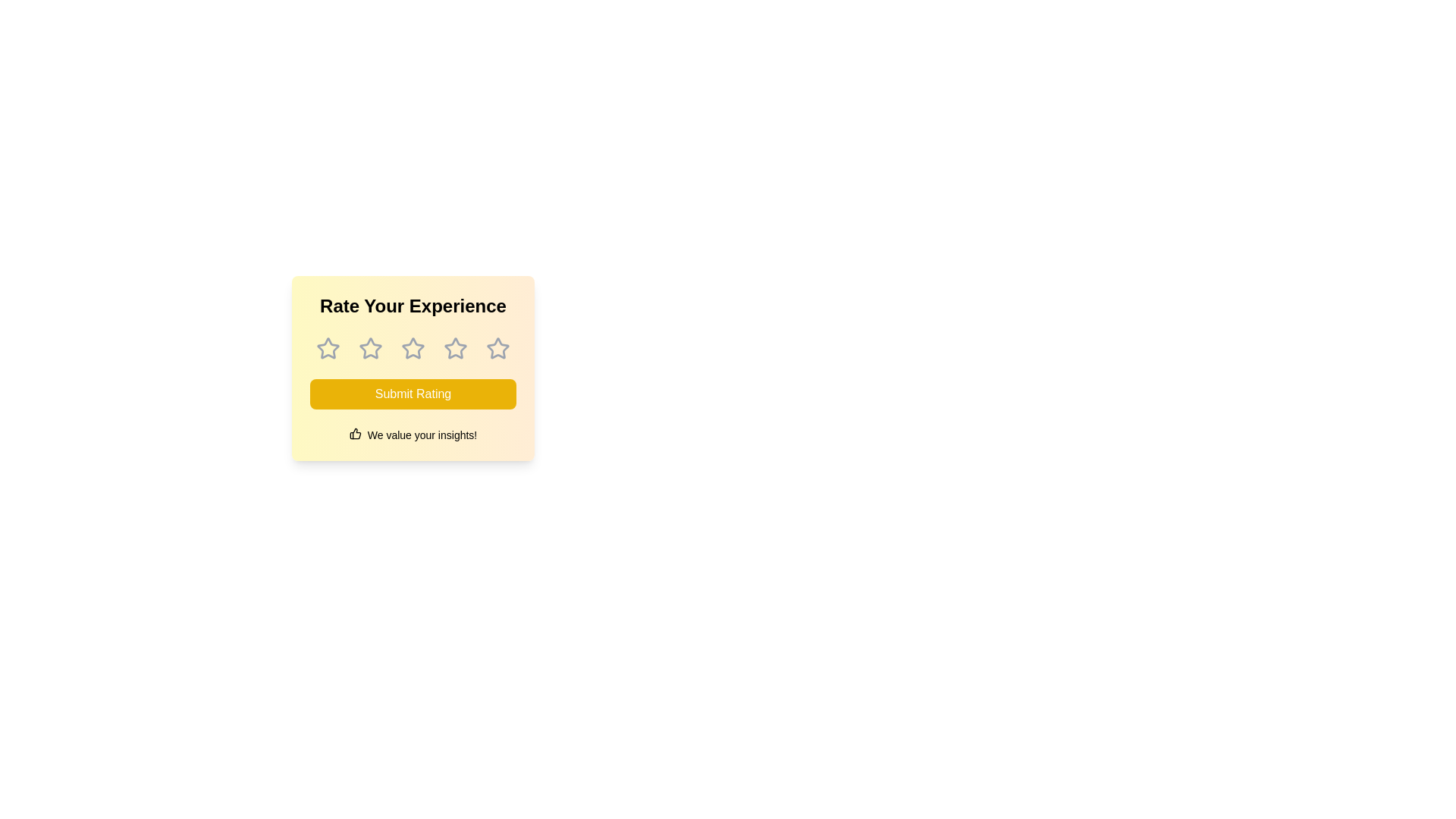 The image size is (1456, 819). What do you see at coordinates (354, 433) in the screenshot?
I see `the icon that serves as a visual indicator next to the text 'We value your insights!' located below the 'Submit Rating' button in the rating card interface` at bounding box center [354, 433].